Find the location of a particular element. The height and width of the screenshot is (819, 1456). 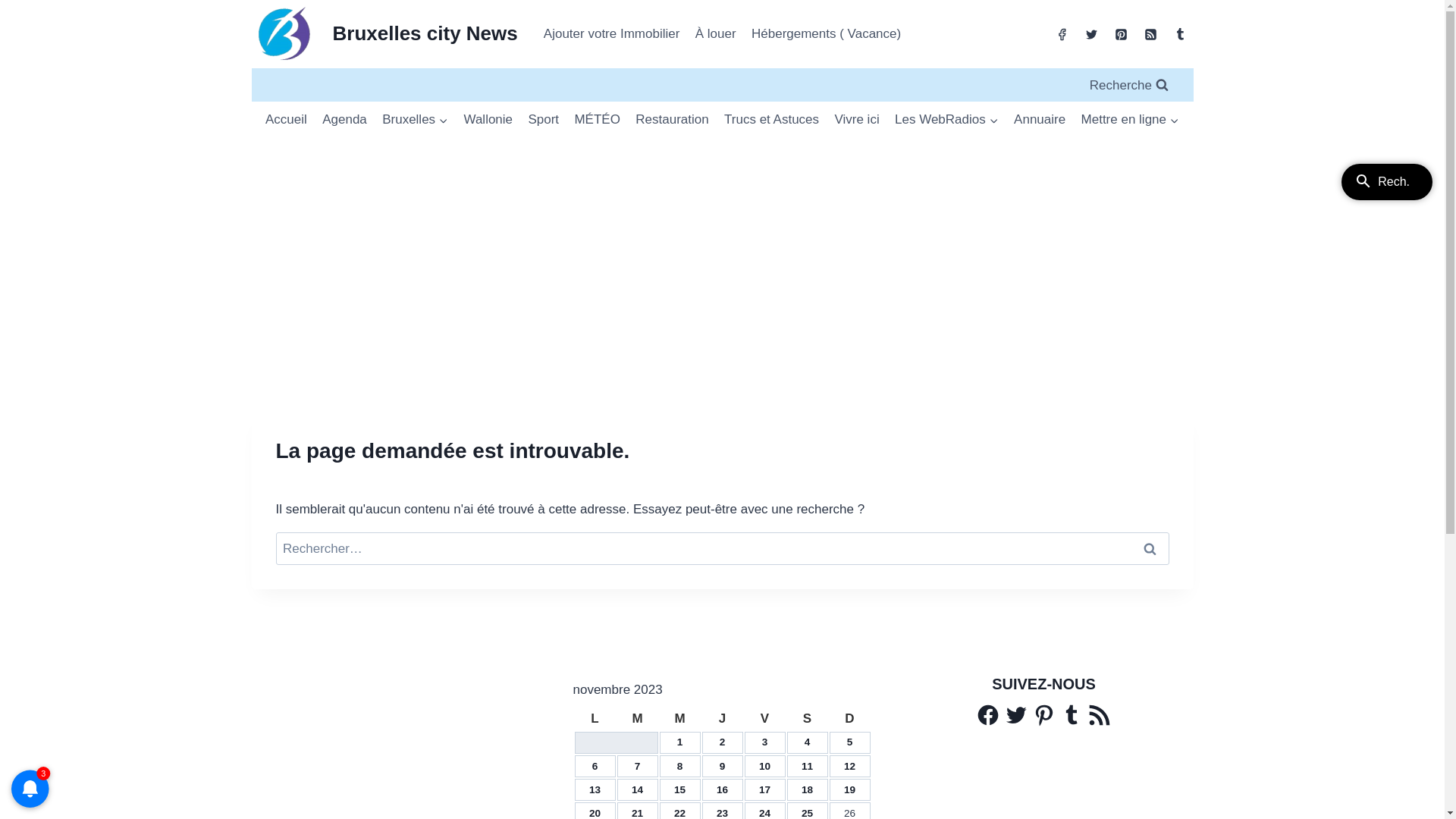

'14' is located at coordinates (632, 789).